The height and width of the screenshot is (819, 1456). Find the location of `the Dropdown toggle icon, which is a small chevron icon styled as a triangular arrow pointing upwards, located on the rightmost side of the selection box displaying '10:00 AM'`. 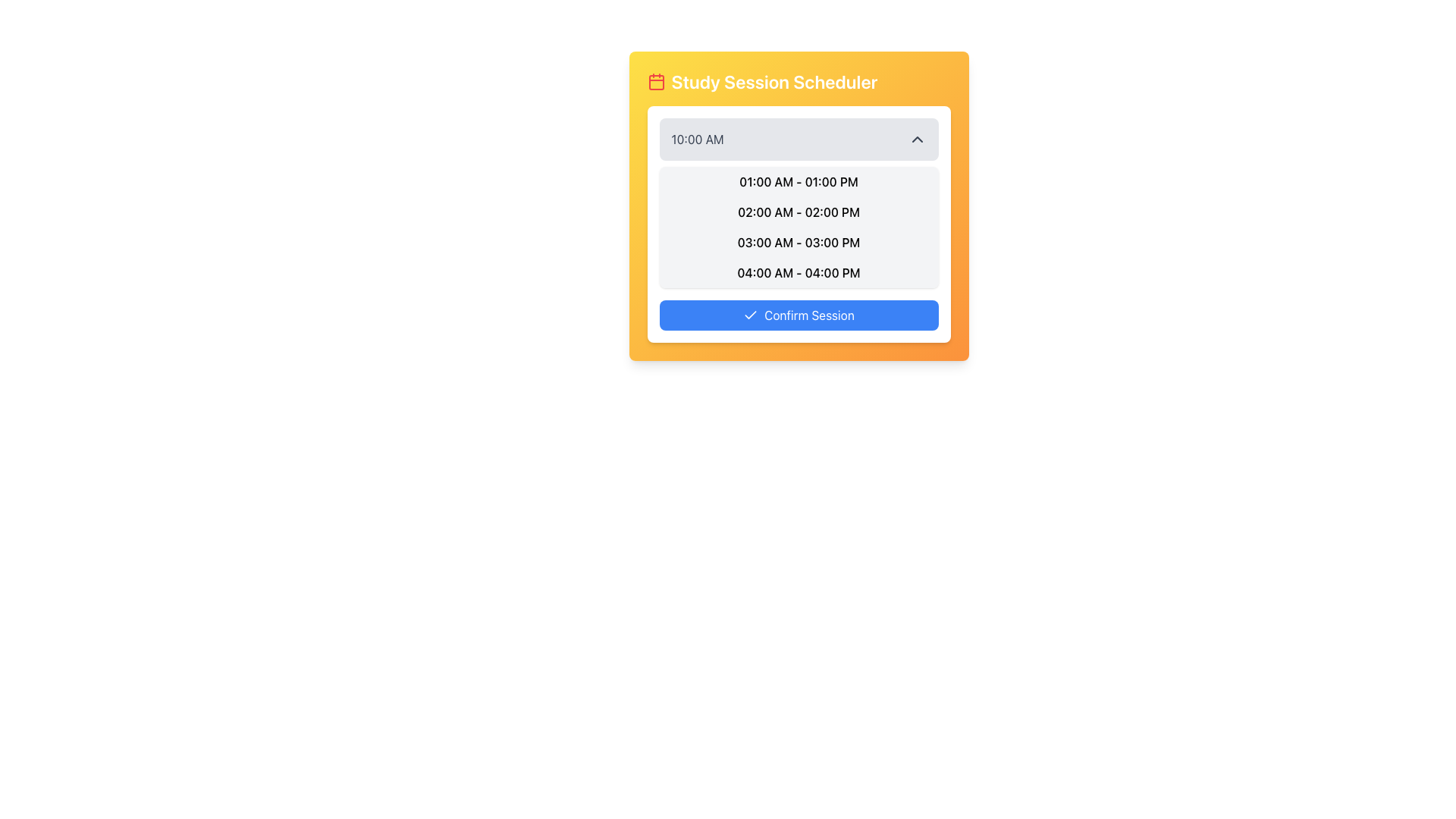

the Dropdown toggle icon, which is a small chevron icon styled as a triangular arrow pointing upwards, located on the rightmost side of the selection box displaying '10:00 AM' is located at coordinates (916, 140).